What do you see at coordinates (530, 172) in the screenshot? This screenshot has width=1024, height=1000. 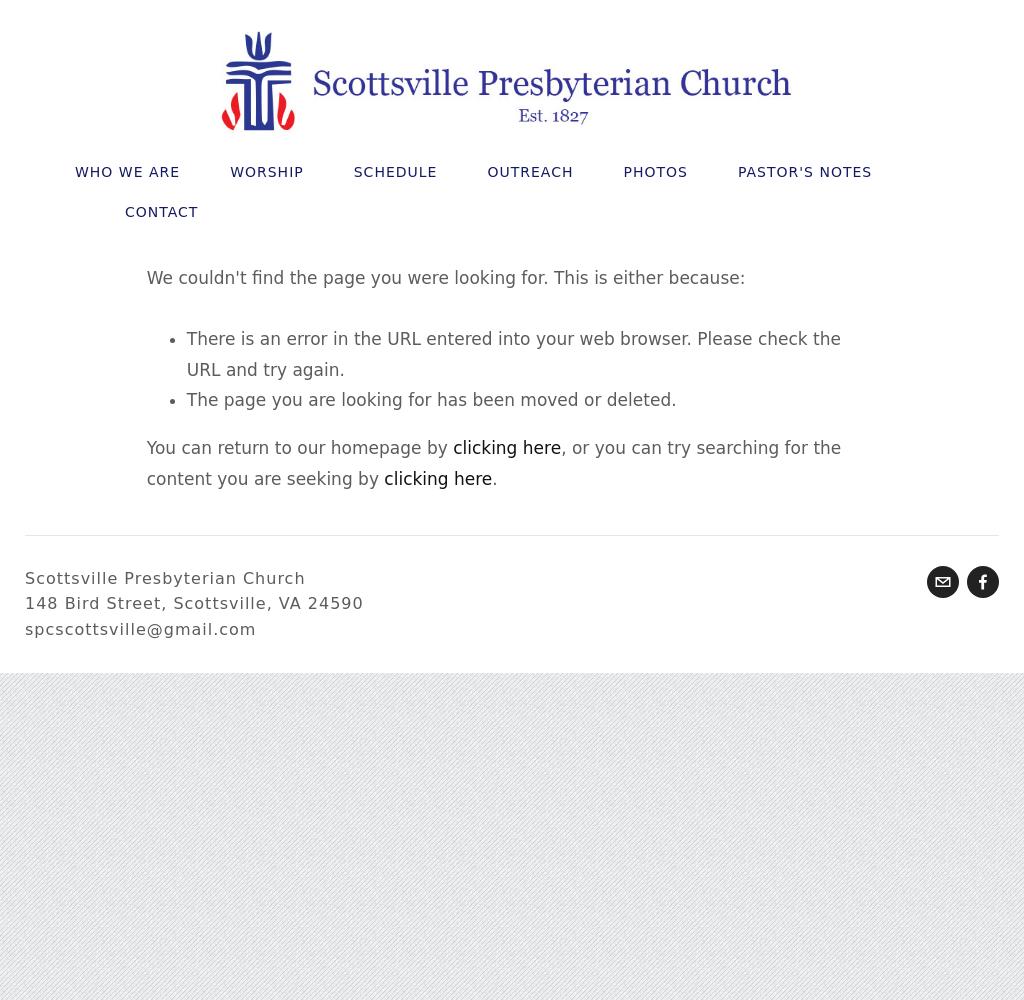 I see `'Outreach'` at bounding box center [530, 172].